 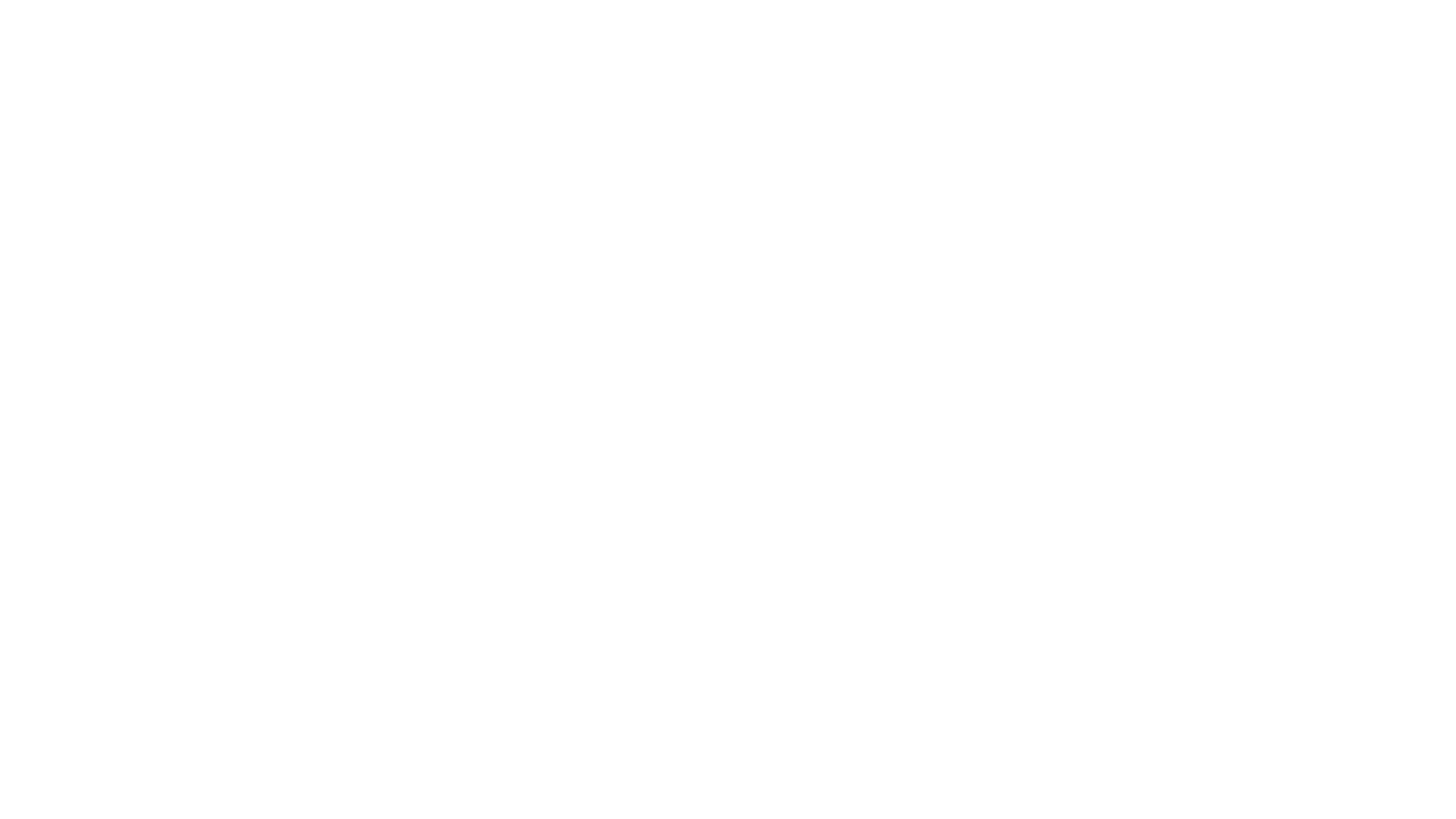 What do you see at coordinates (1439, 805) in the screenshot?
I see `Click here for troubleshooting information` at bounding box center [1439, 805].